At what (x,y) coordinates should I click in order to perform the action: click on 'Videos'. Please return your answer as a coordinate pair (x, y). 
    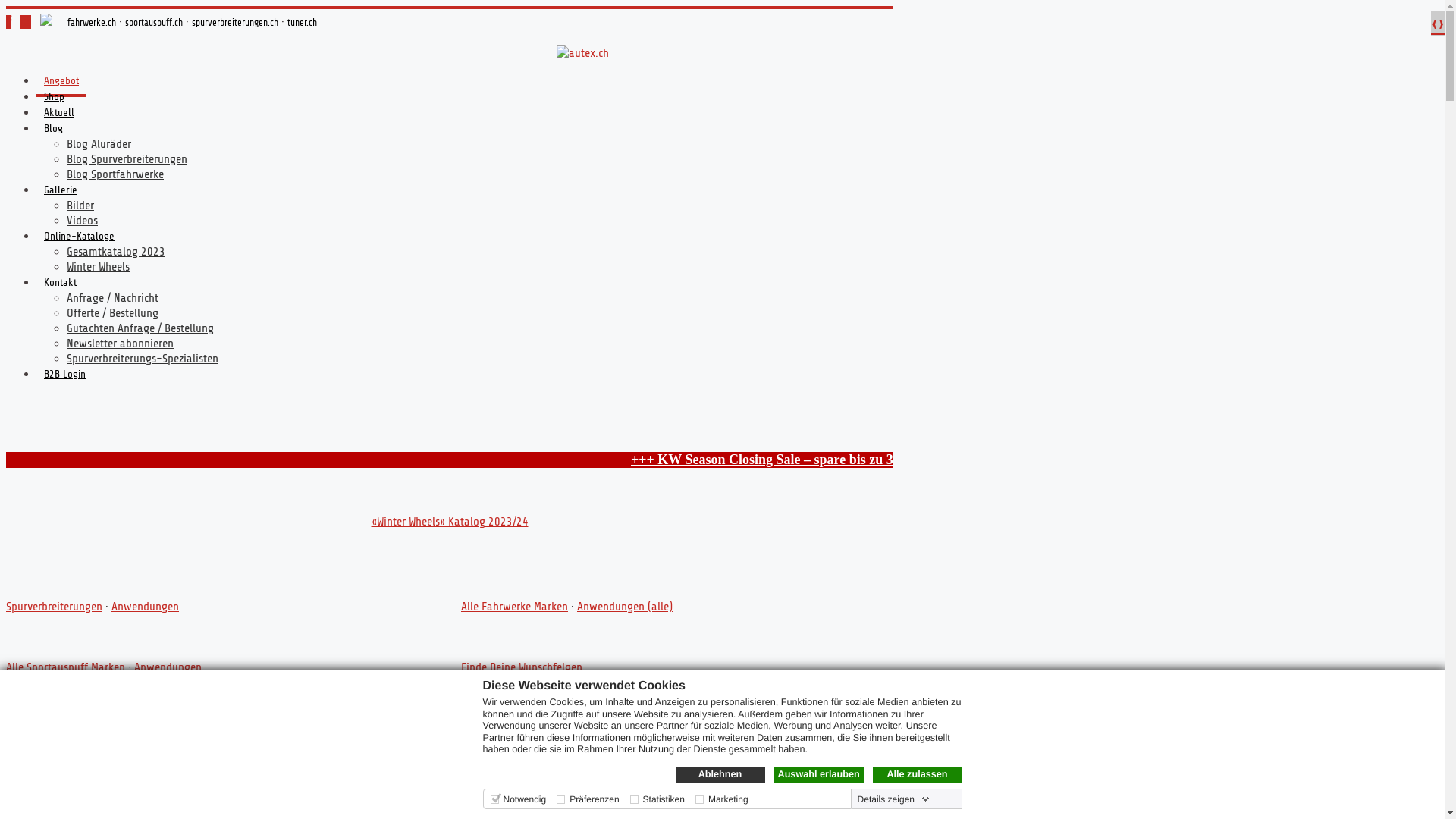
    Looking at the image, I should click on (65, 220).